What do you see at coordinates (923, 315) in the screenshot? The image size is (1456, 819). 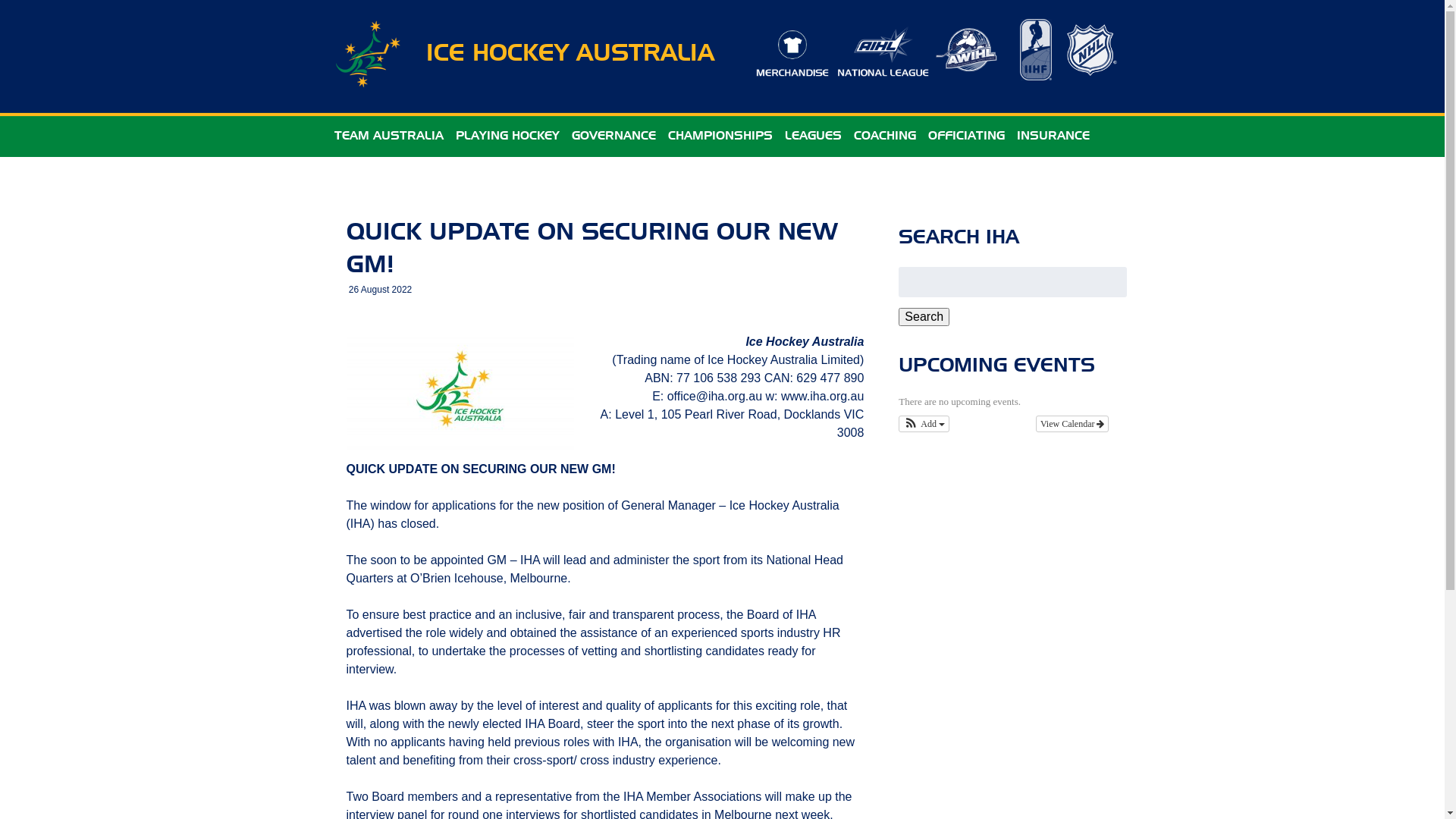 I see `'Search'` at bounding box center [923, 315].